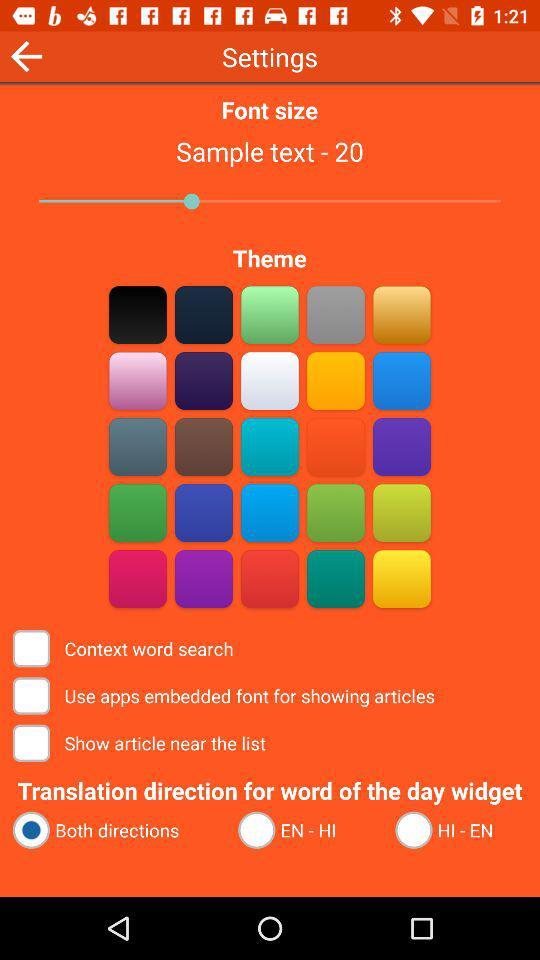 This screenshot has width=540, height=960. Describe the element at coordinates (270, 578) in the screenshot. I see `pick orange theme color` at that location.